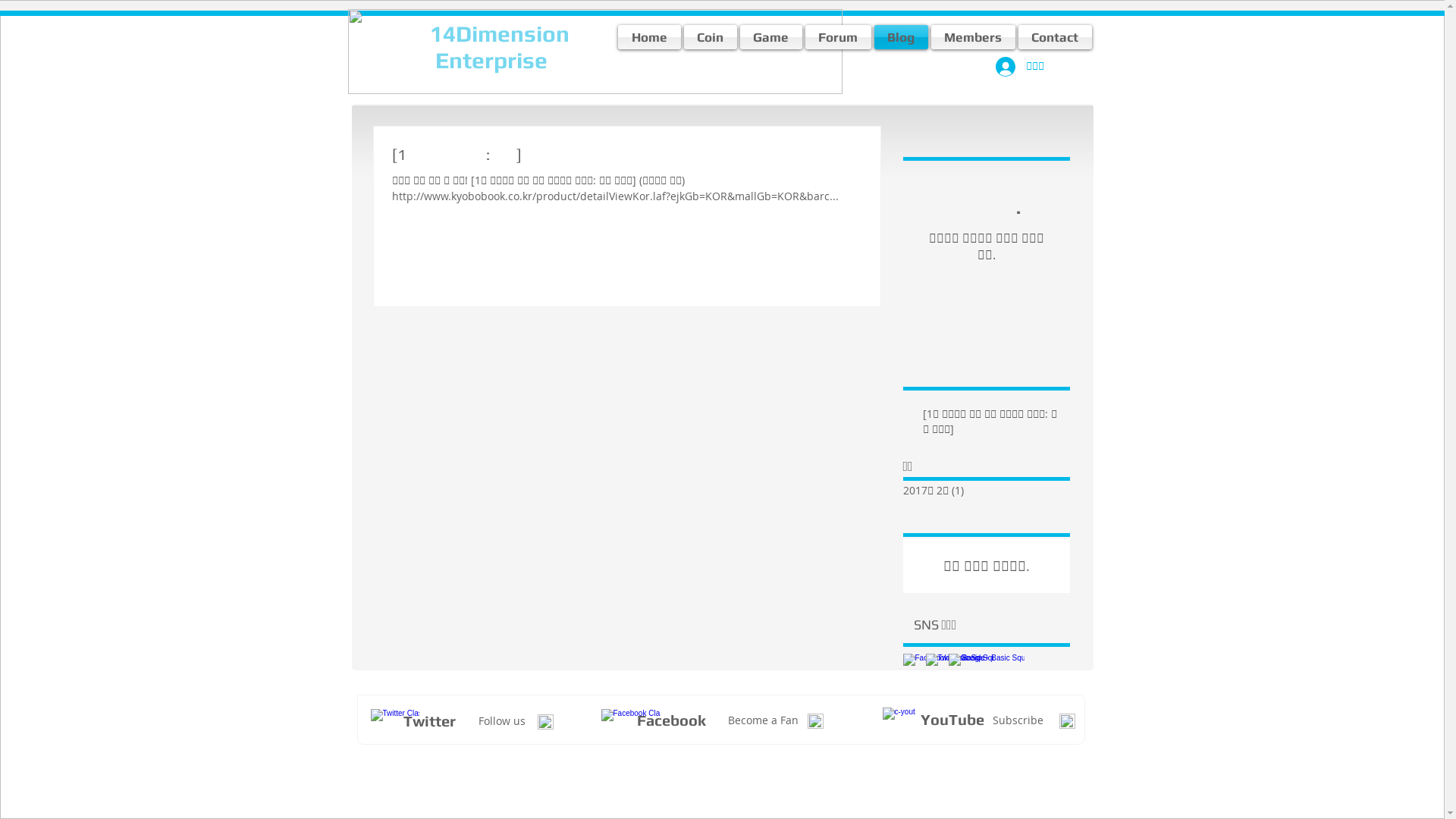  I want to click on 'Home', so click(649, 36).